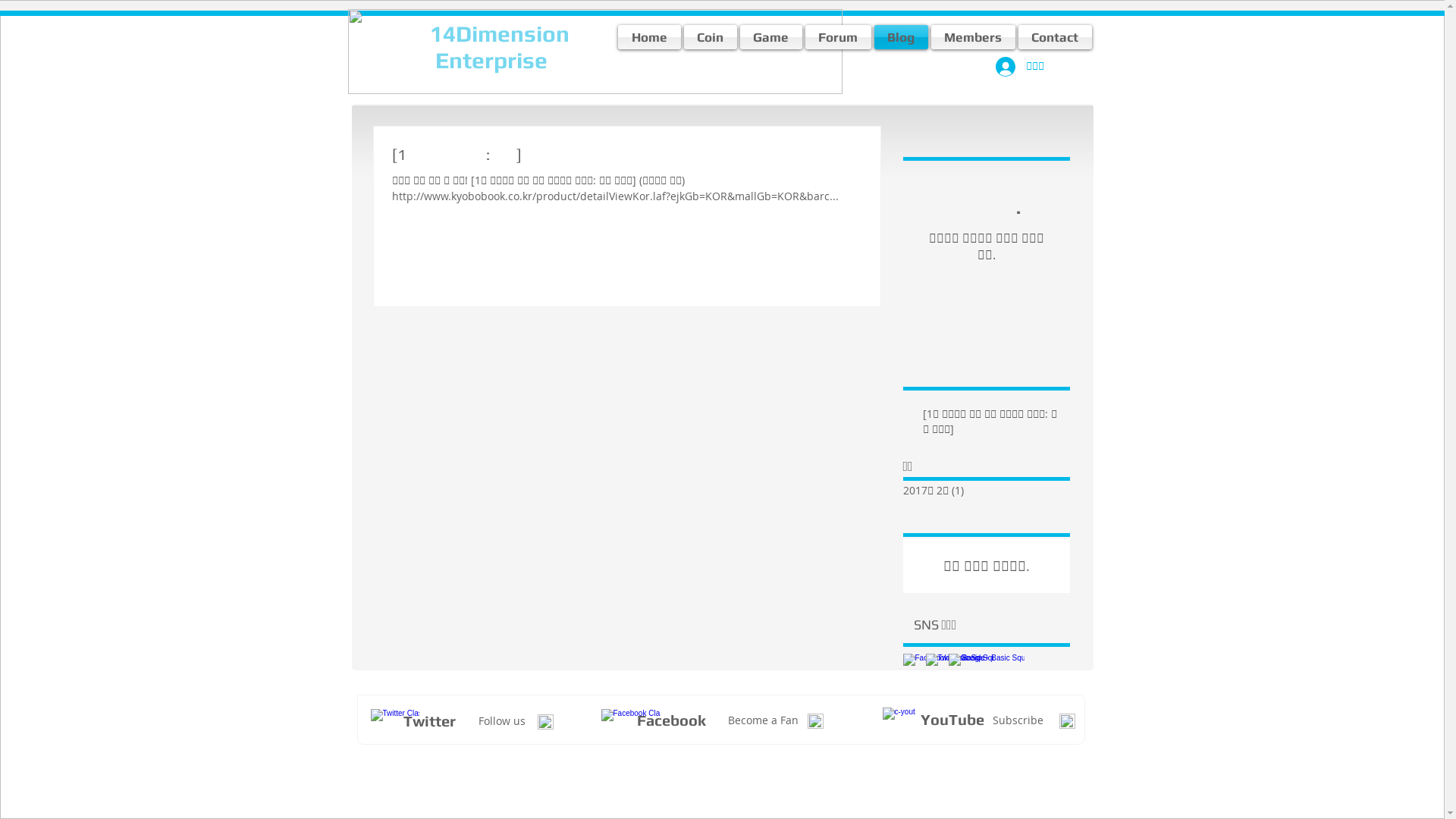  I want to click on 'Home', so click(649, 36).